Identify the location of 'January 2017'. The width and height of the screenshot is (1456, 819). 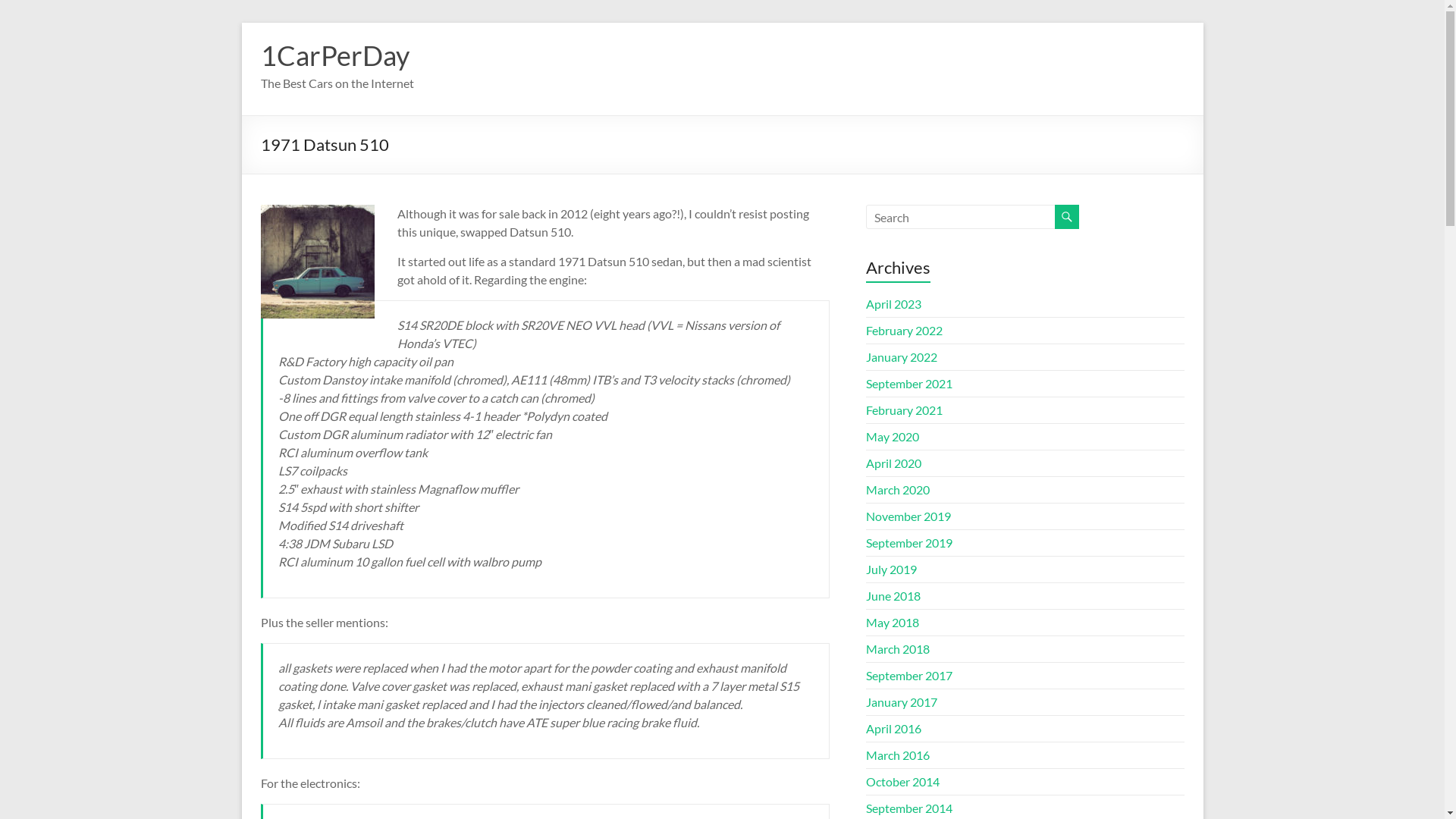
(866, 701).